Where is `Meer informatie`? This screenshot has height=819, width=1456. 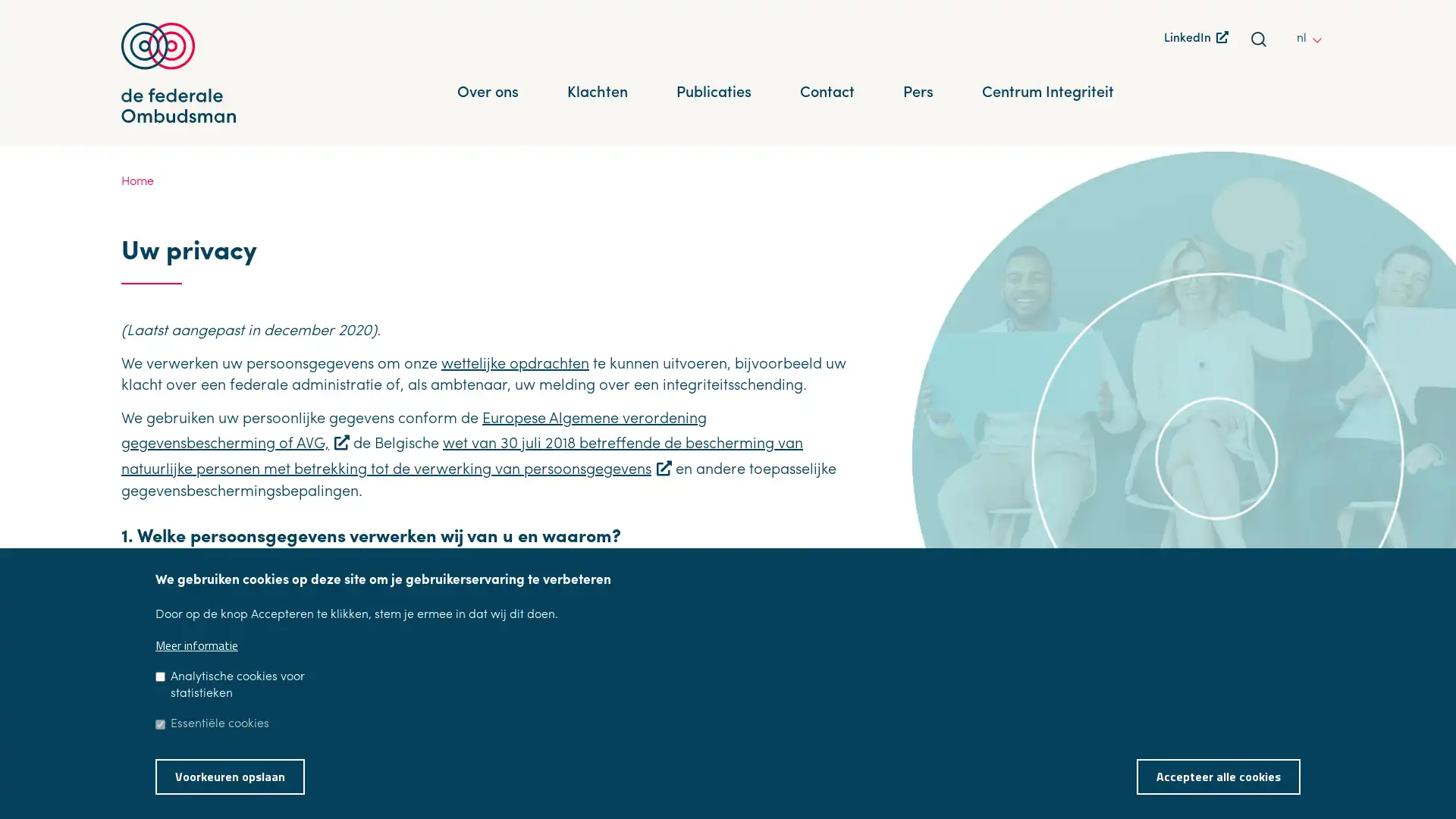 Meer informatie is located at coordinates (196, 645).